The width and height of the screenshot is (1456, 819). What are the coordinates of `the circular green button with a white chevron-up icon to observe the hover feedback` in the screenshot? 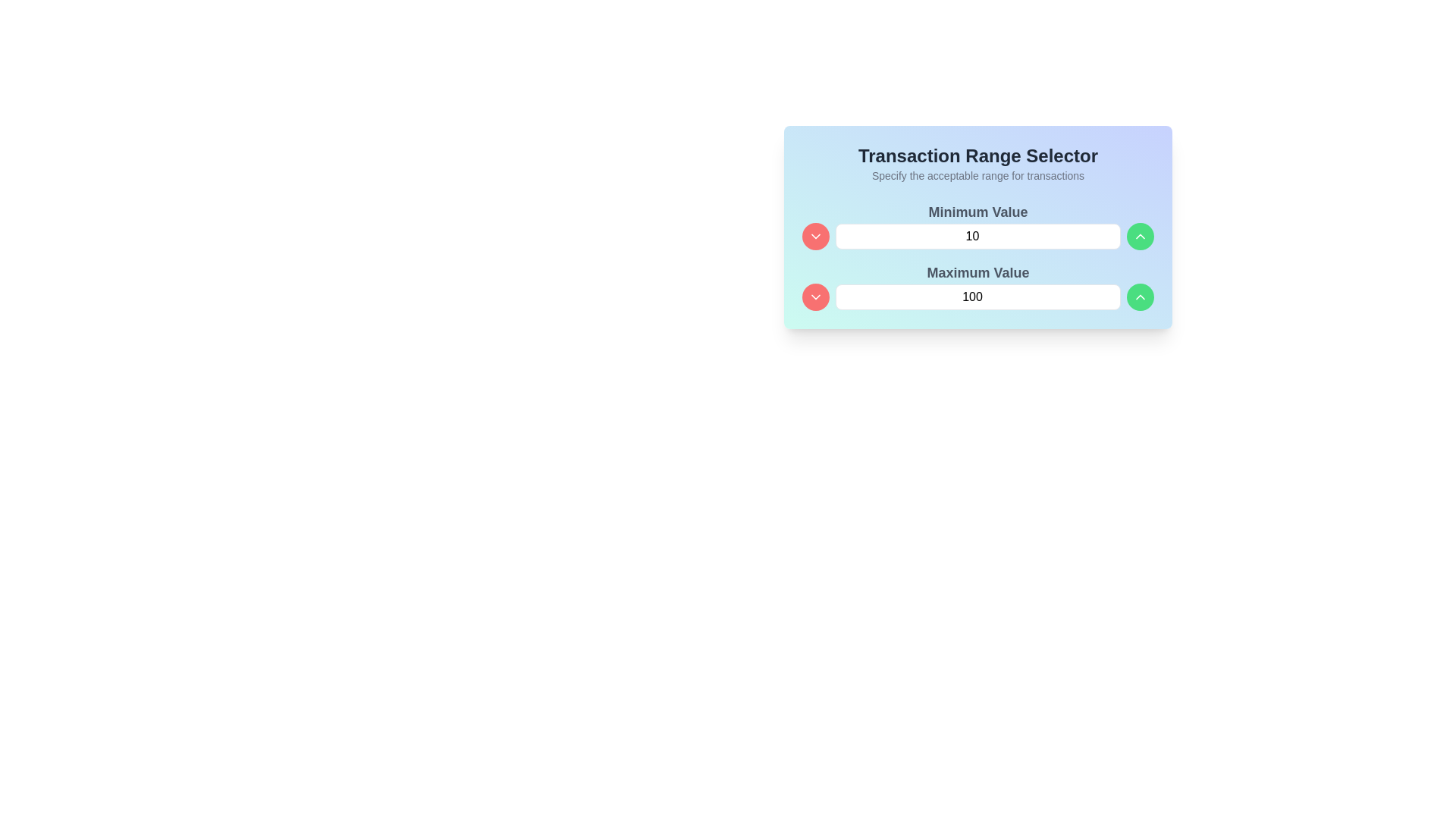 It's located at (1140, 297).